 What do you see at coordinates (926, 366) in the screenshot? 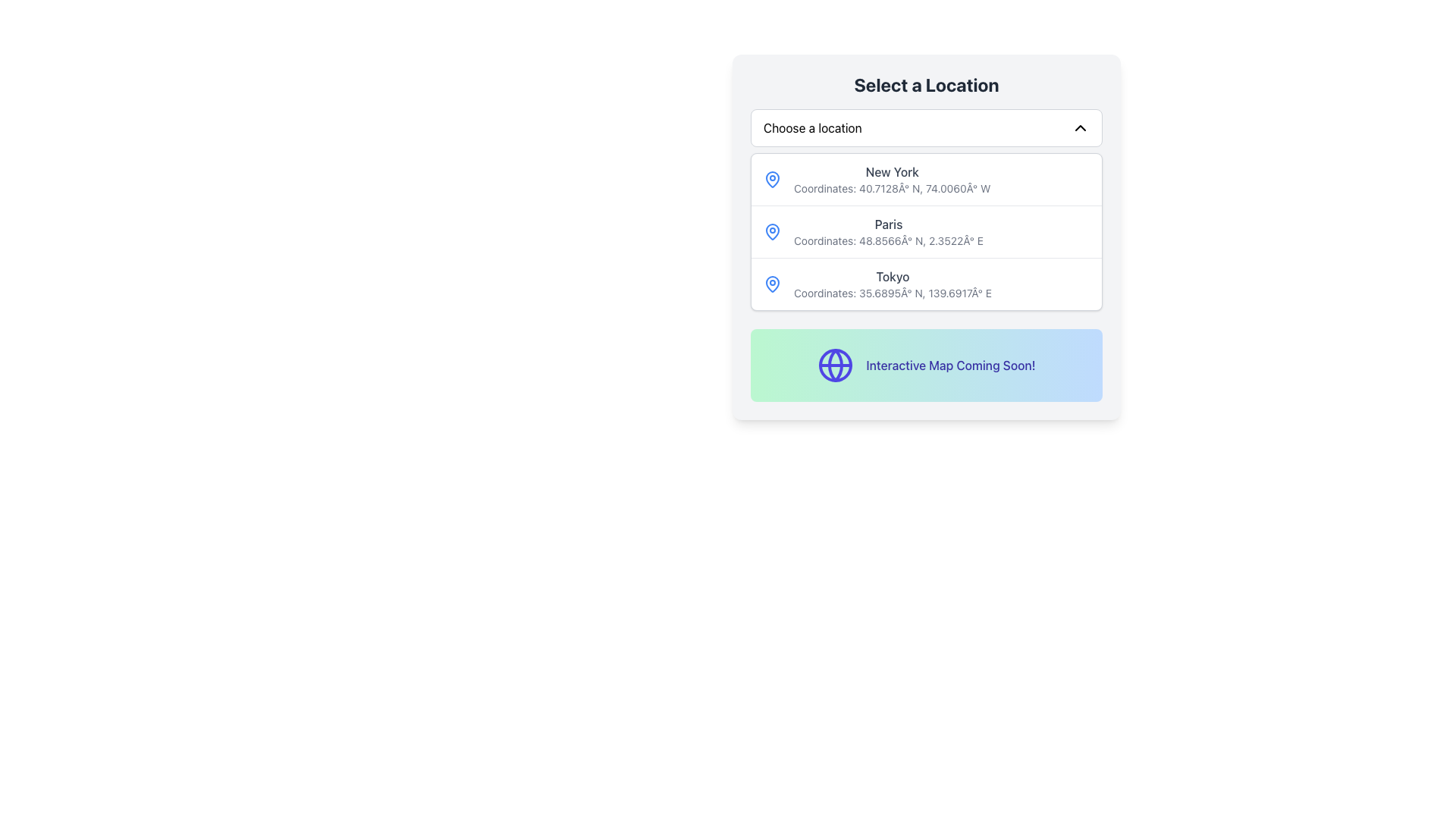
I see `the rectangular banner with rounded corners and a gradient background that features a globe icon and the text 'Interactive Map Coming Soon!' positioned at the bottom of the 'Select a Location' card` at bounding box center [926, 366].